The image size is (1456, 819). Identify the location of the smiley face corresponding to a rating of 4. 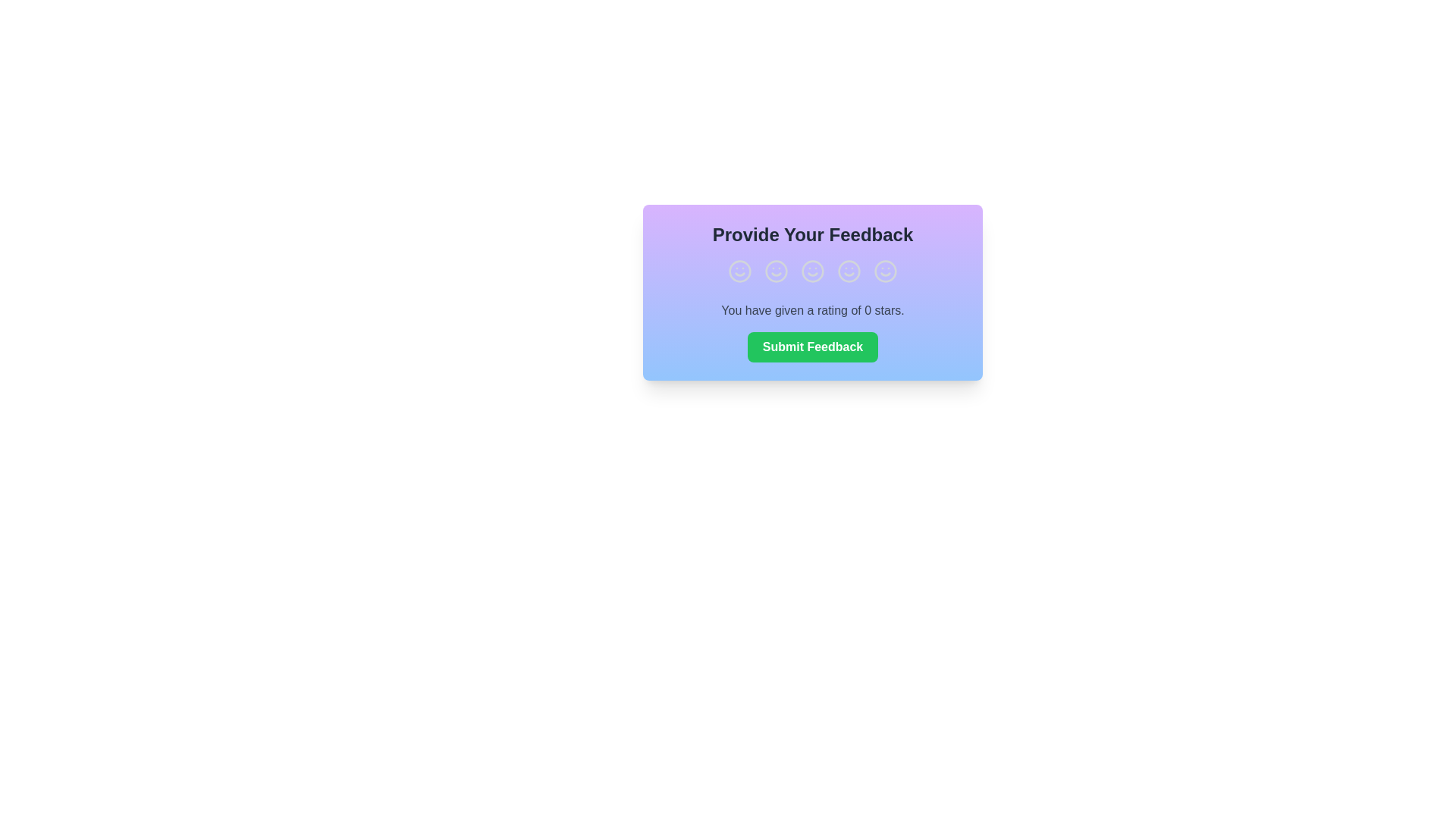
(848, 271).